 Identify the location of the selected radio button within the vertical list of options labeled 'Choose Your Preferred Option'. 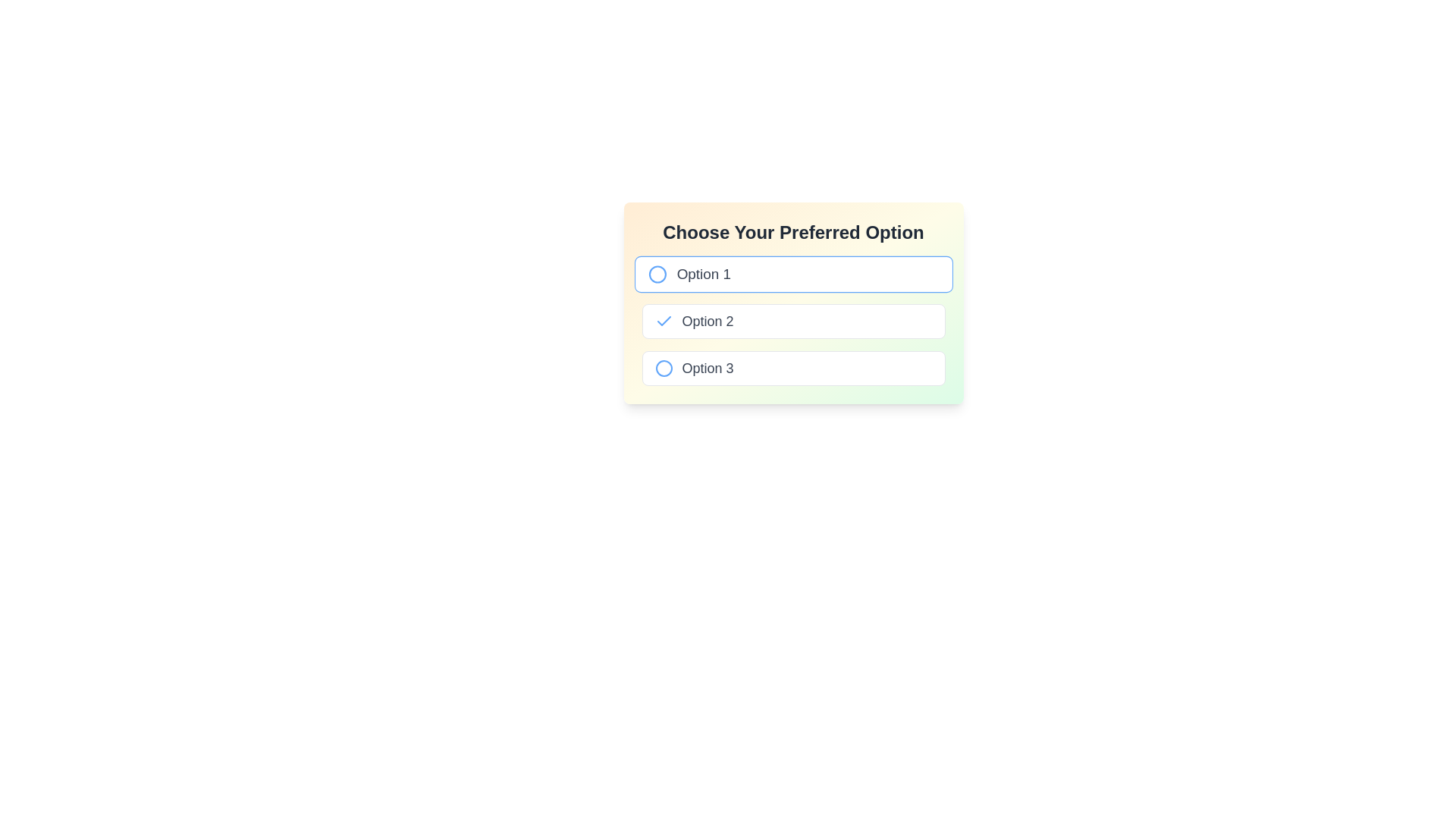
(792, 321).